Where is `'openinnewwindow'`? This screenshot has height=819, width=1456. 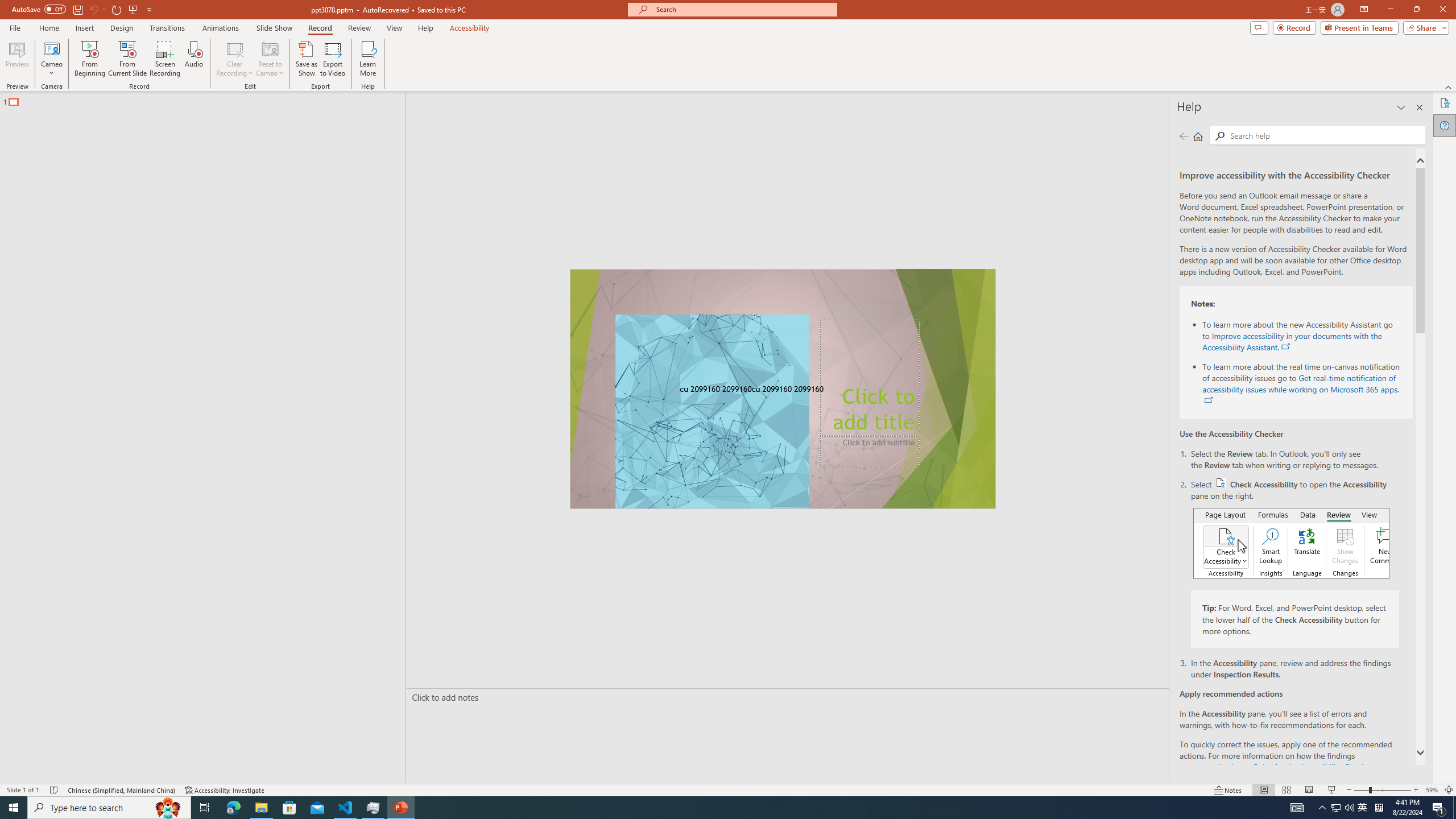 'openinnewwindow' is located at coordinates (1207, 400).